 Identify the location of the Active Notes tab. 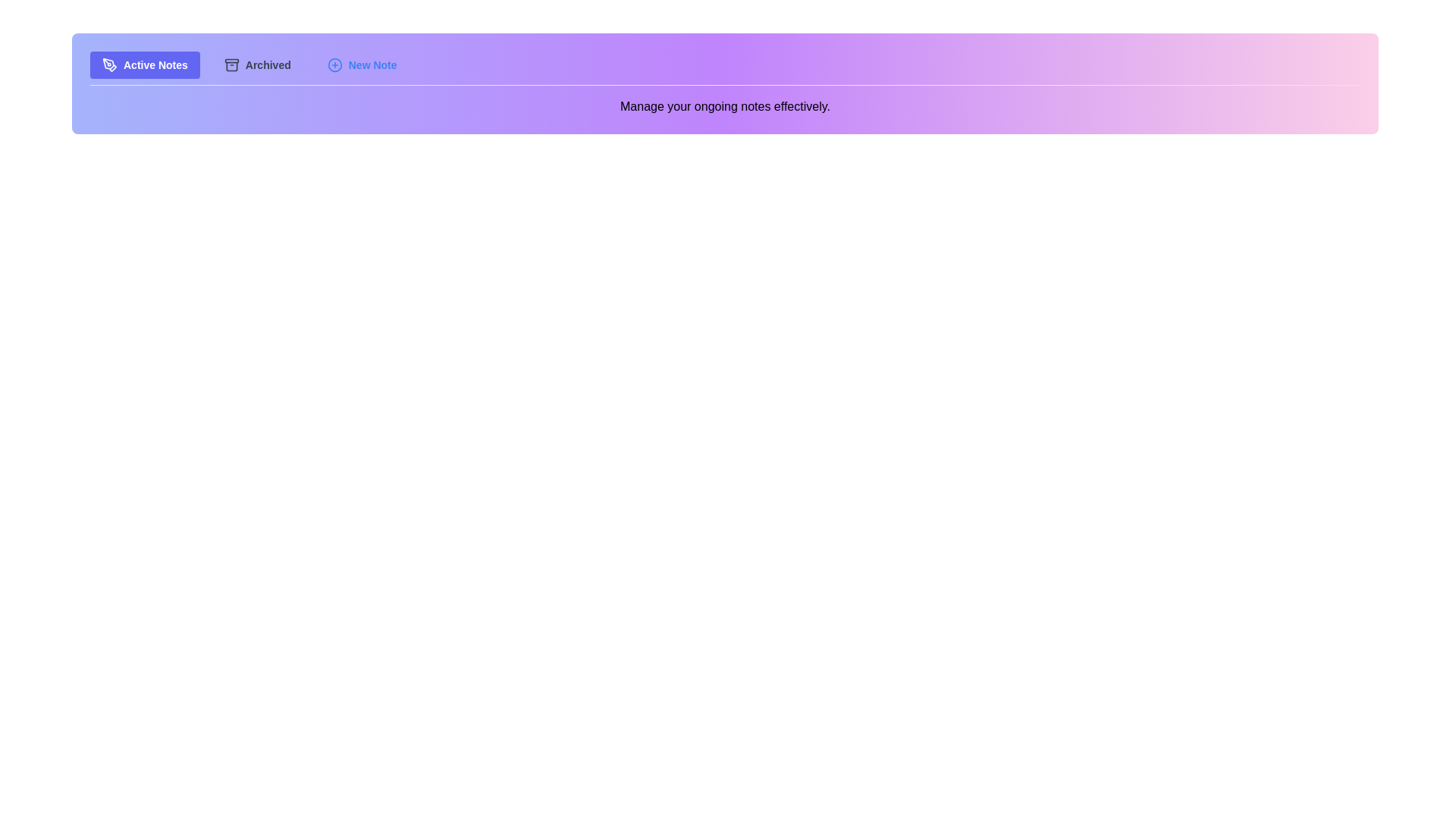
(145, 64).